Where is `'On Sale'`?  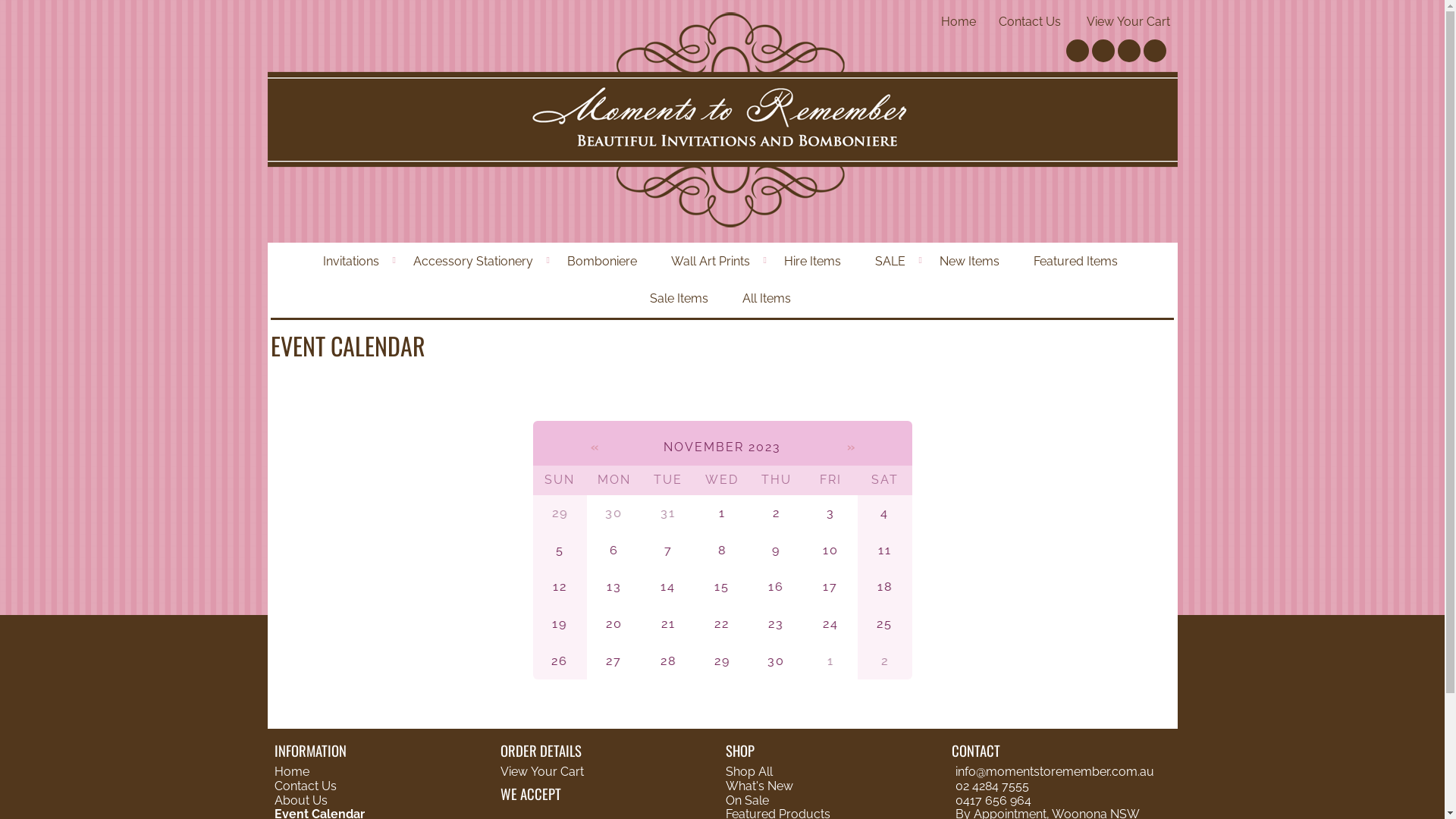 'On Sale' is located at coordinates (747, 799).